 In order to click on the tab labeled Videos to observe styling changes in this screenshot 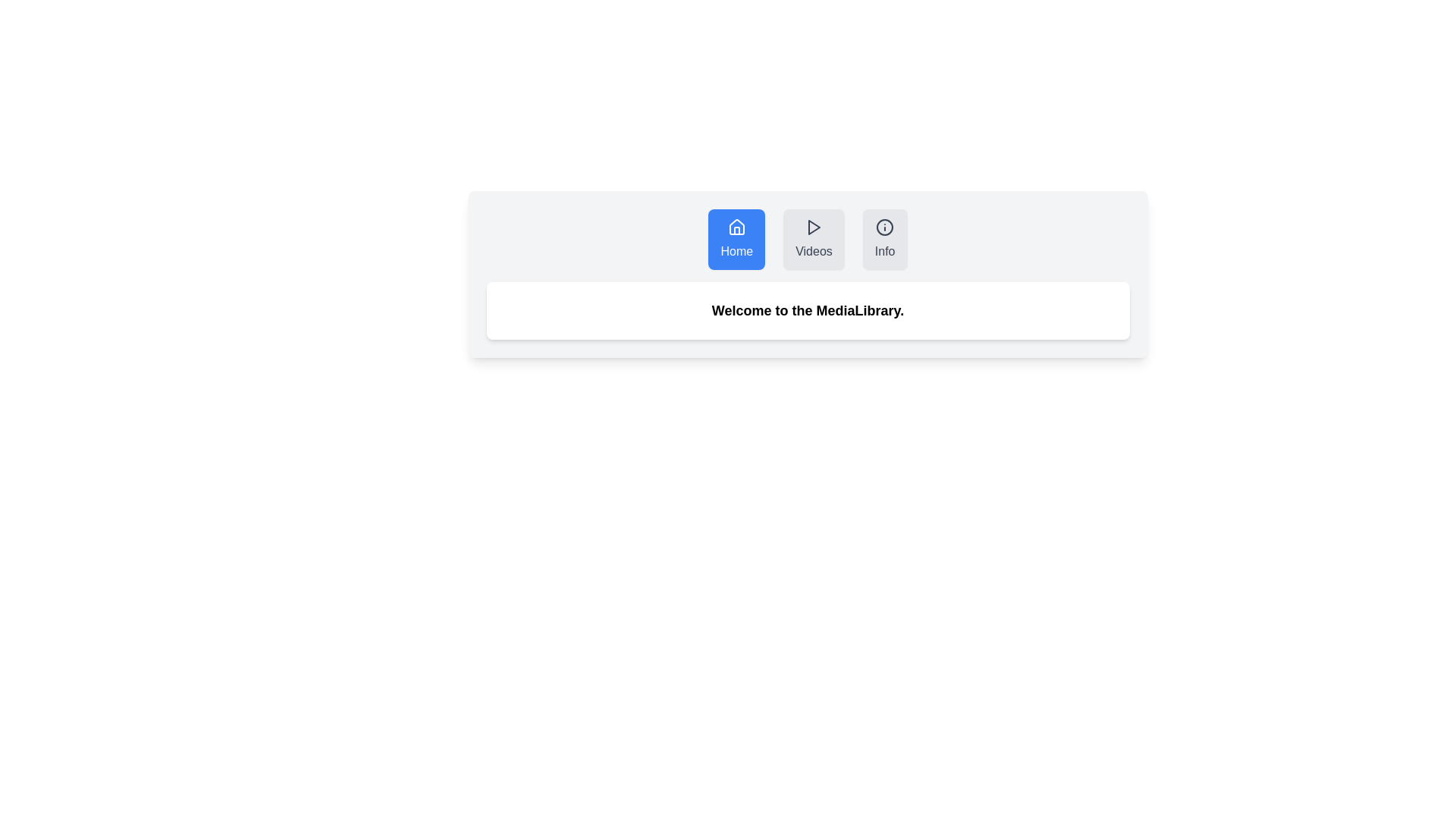, I will do `click(813, 239)`.